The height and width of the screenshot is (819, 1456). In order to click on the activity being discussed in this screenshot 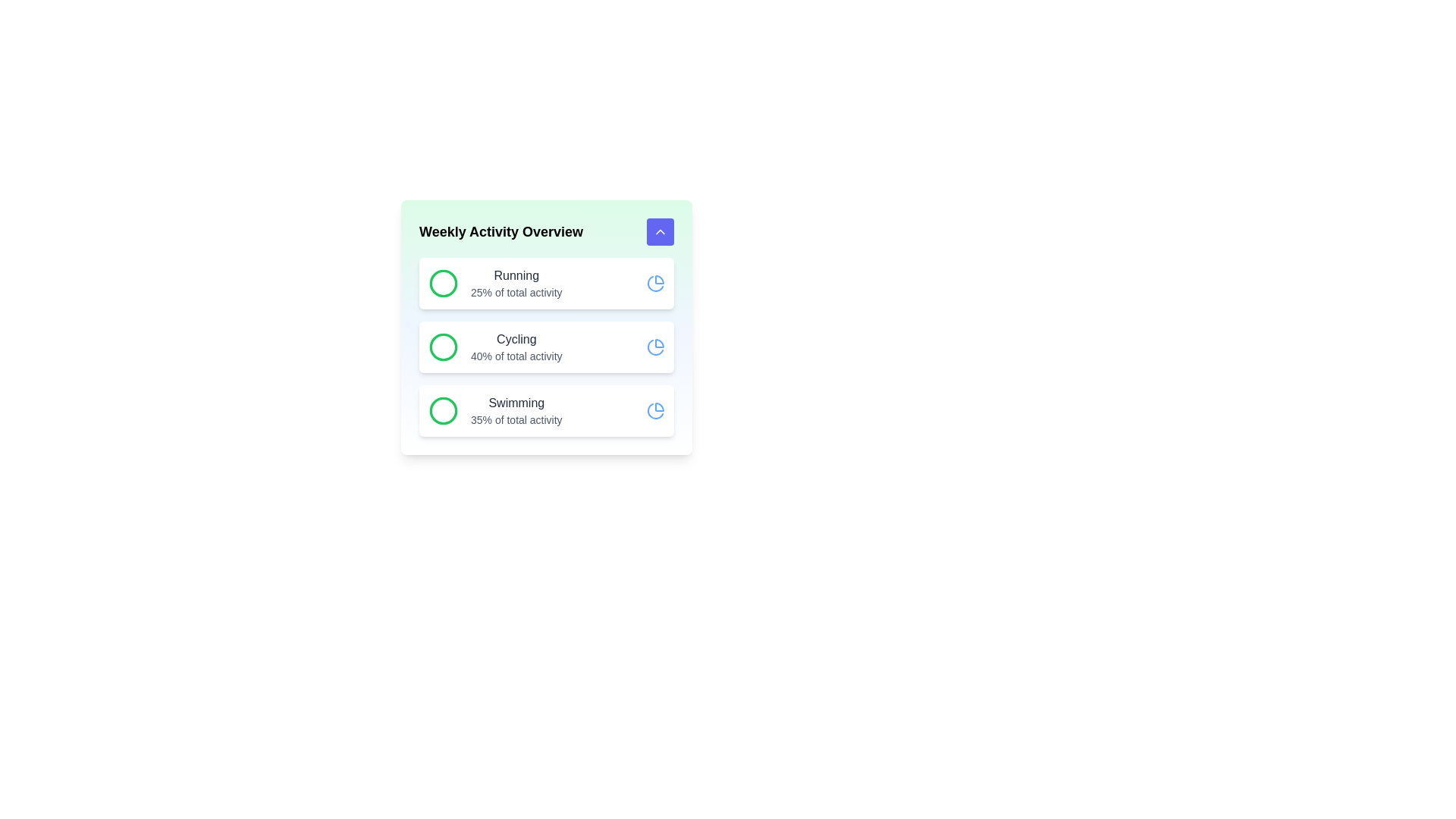, I will do `click(516, 403)`.